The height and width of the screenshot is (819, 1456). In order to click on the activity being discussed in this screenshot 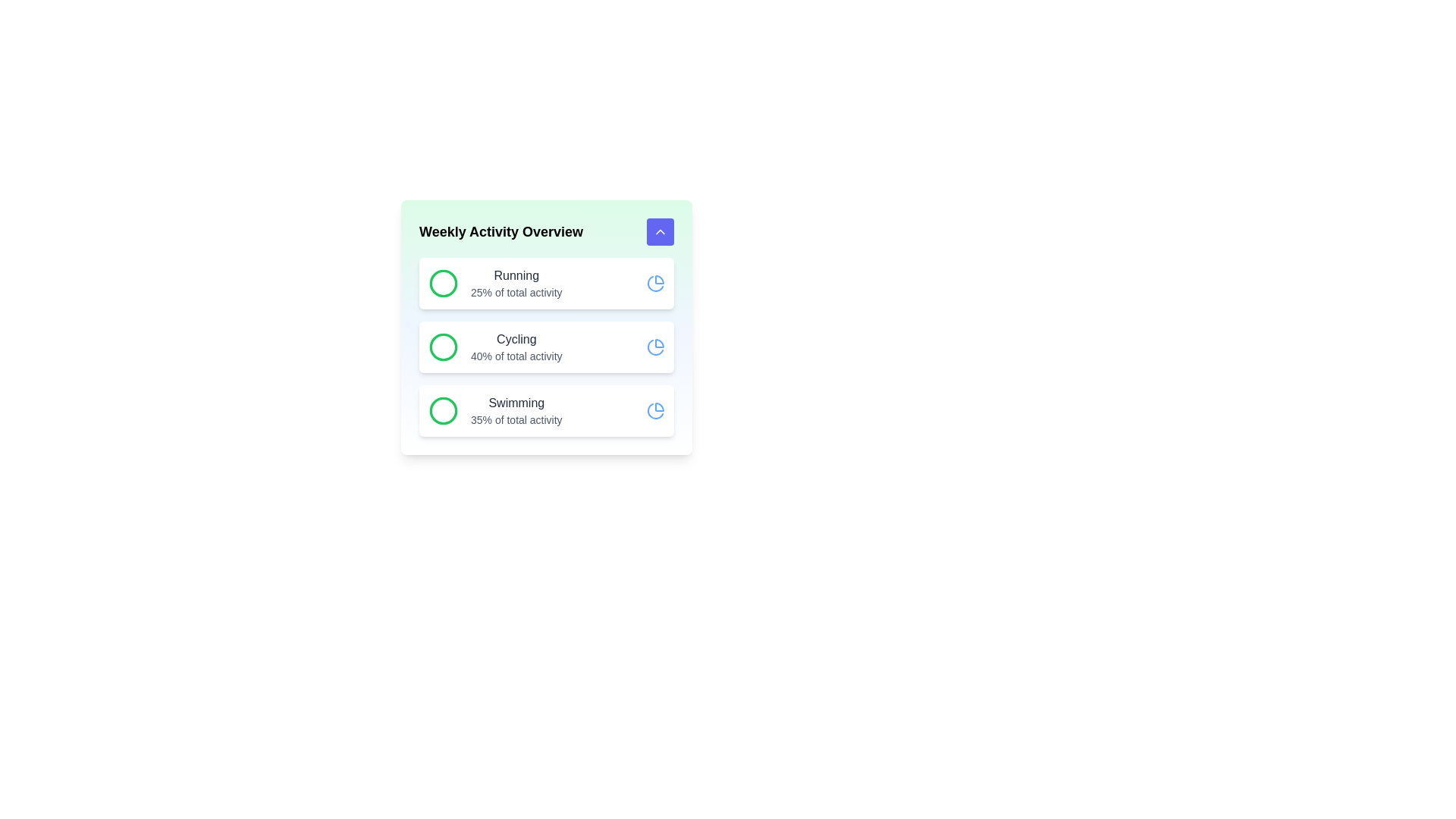, I will do `click(516, 403)`.